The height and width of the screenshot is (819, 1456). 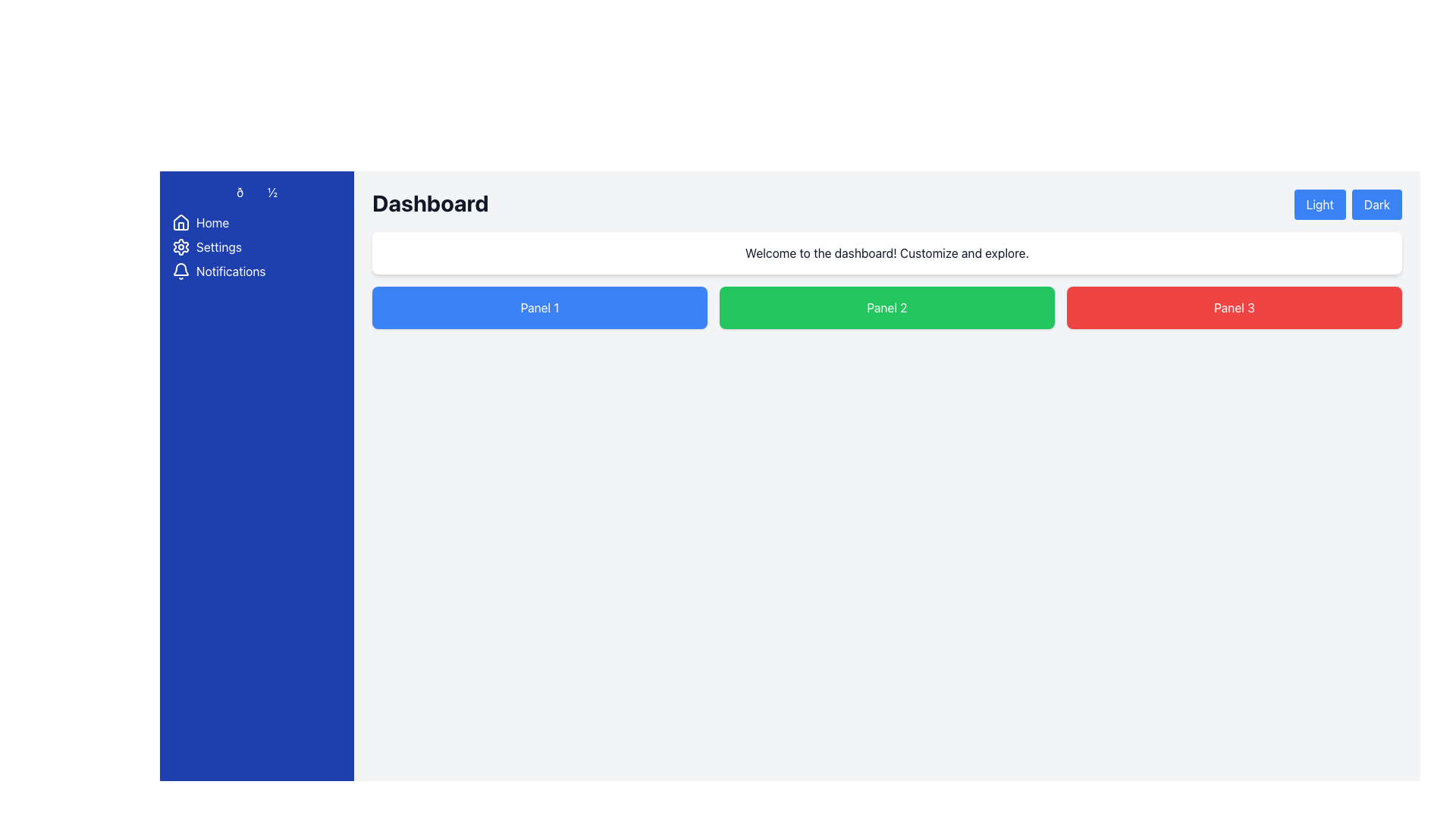 What do you see at coordinates (887, 307) in the screenshot?
I see `the static panel element located in the center of three horizontally aligned panels, which is between 'Panel 1' on the left and 'Panel 3' on the right` at bounding box center [887, 307].